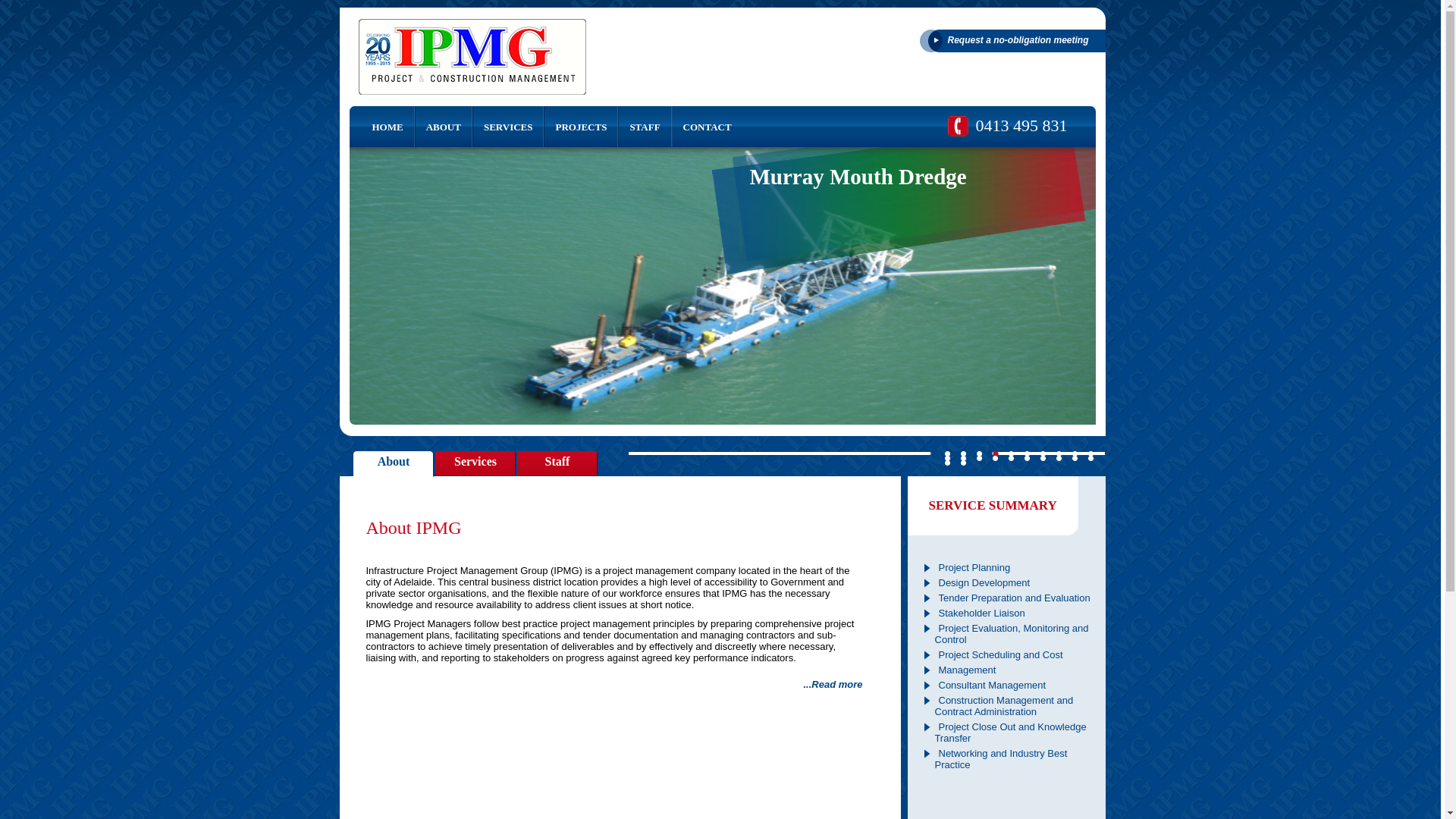 The image size is (1456, 819). Describe the element at coordinates (962, 457) in the screenshot. I see `'12'` at that location.